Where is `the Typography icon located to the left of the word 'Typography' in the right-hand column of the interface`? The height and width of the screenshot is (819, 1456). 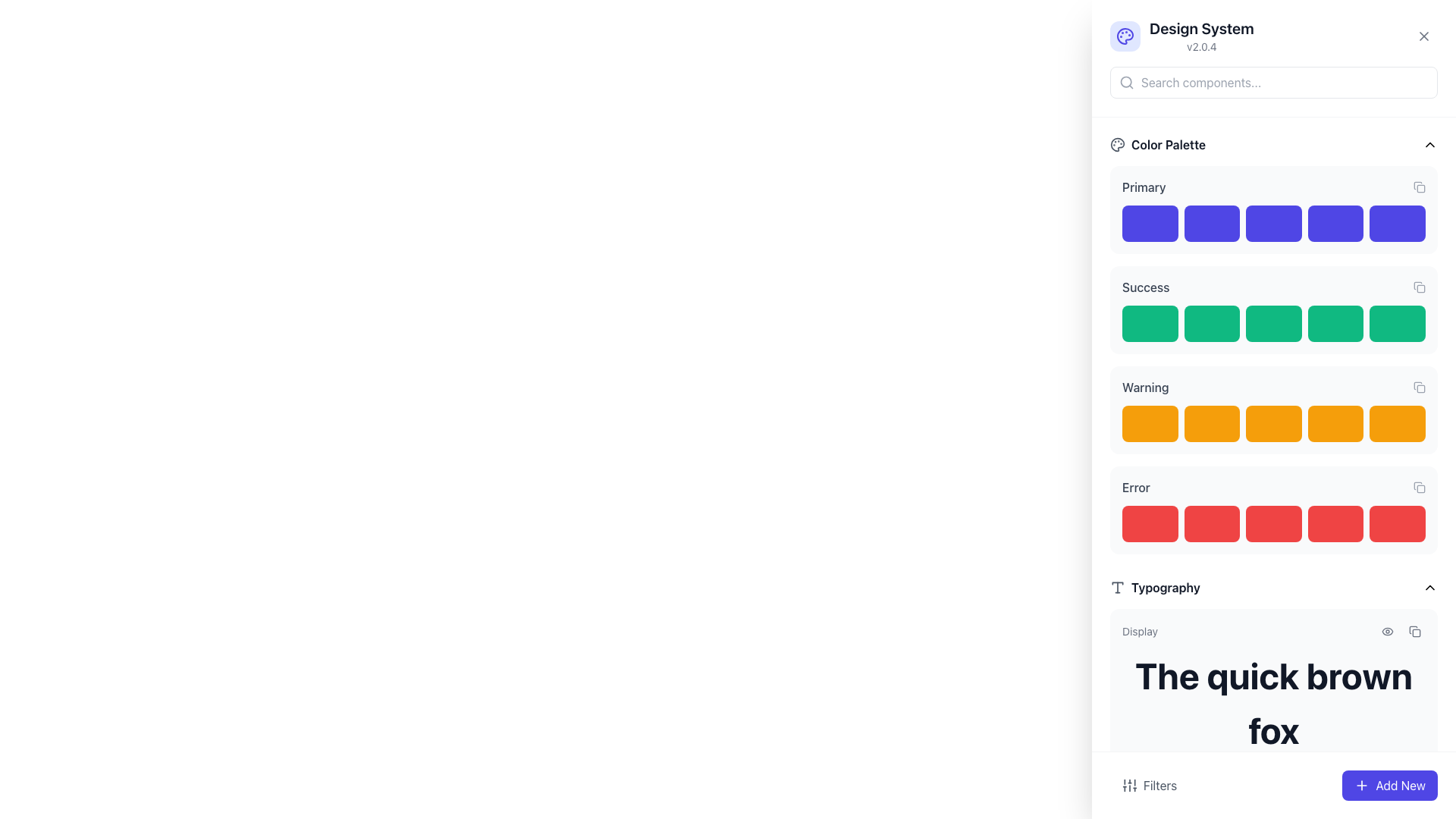
the Typography icon located to the left of the word 'Typography' in the right-hand column of the interface is located at coordinates (1117, 587).